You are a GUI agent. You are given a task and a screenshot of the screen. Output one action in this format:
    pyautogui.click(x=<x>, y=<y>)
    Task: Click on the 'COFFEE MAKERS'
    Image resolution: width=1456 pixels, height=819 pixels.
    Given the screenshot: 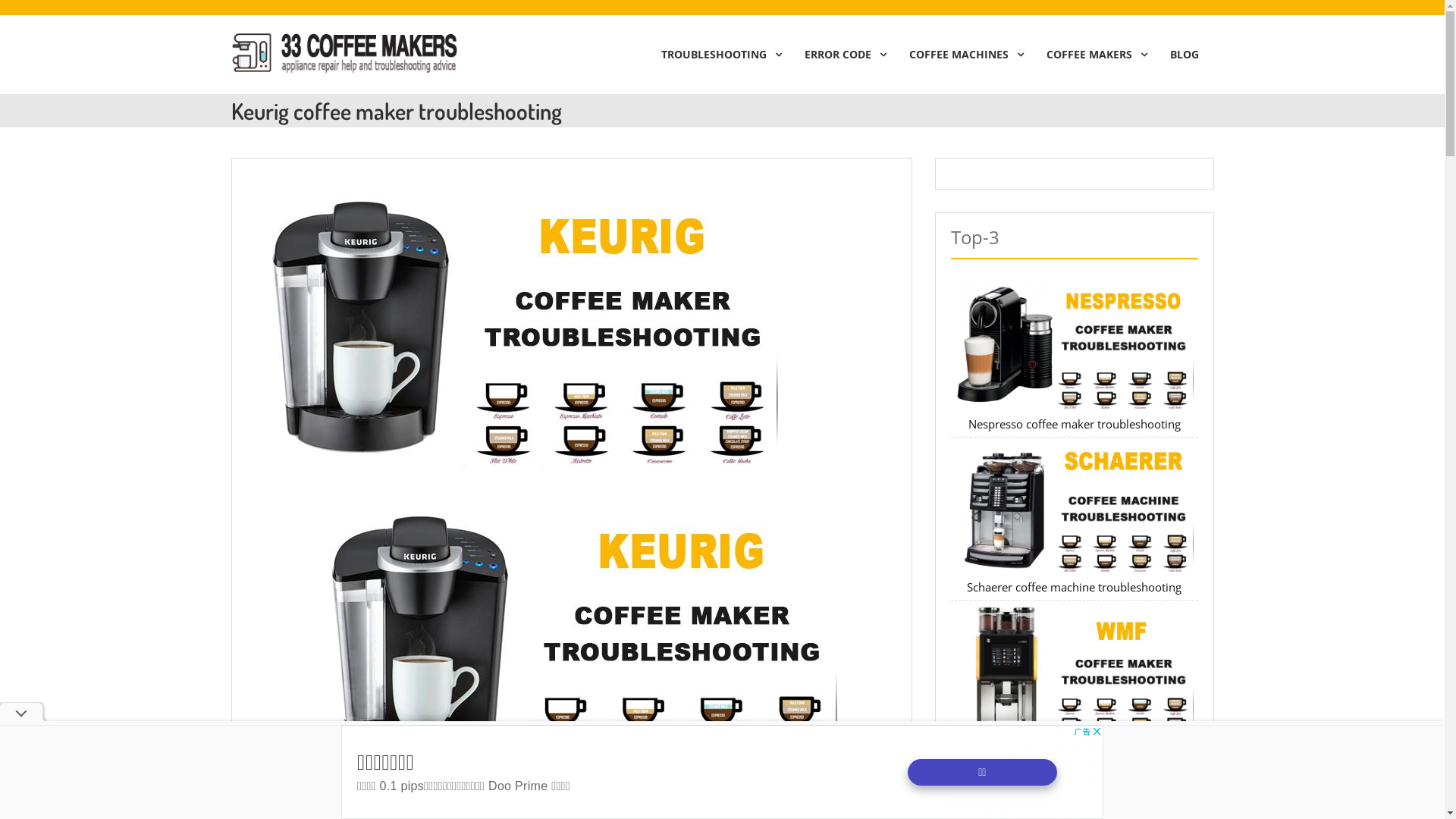 What is the action you would take?
    pyautogui.click(x=1031, y=54)
    